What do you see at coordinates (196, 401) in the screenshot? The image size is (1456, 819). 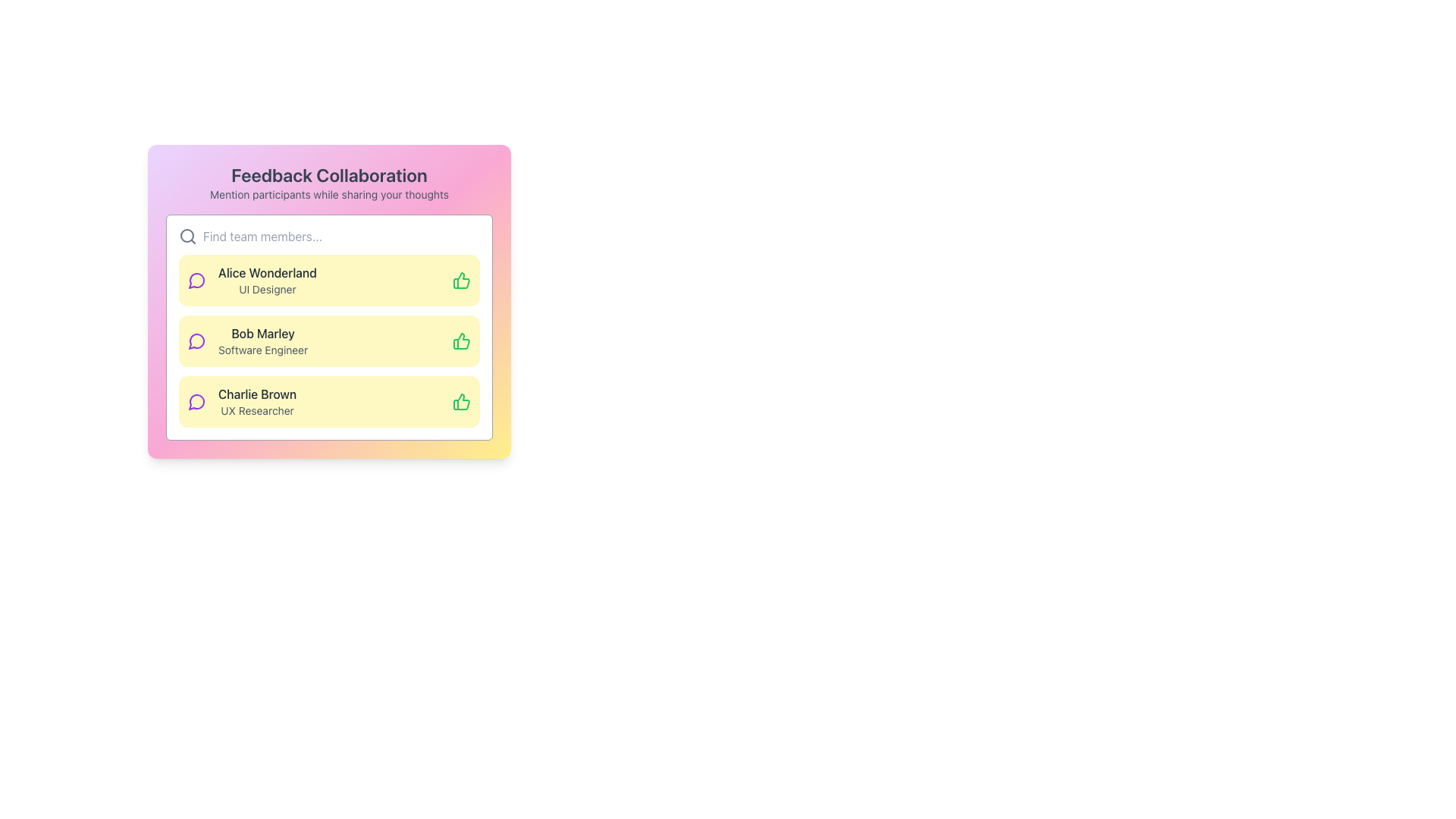 I see `the third speech bubble icon located next to the user 'Charlie Brown' entry at the bottom of the list` at bounding box center [196, 401].